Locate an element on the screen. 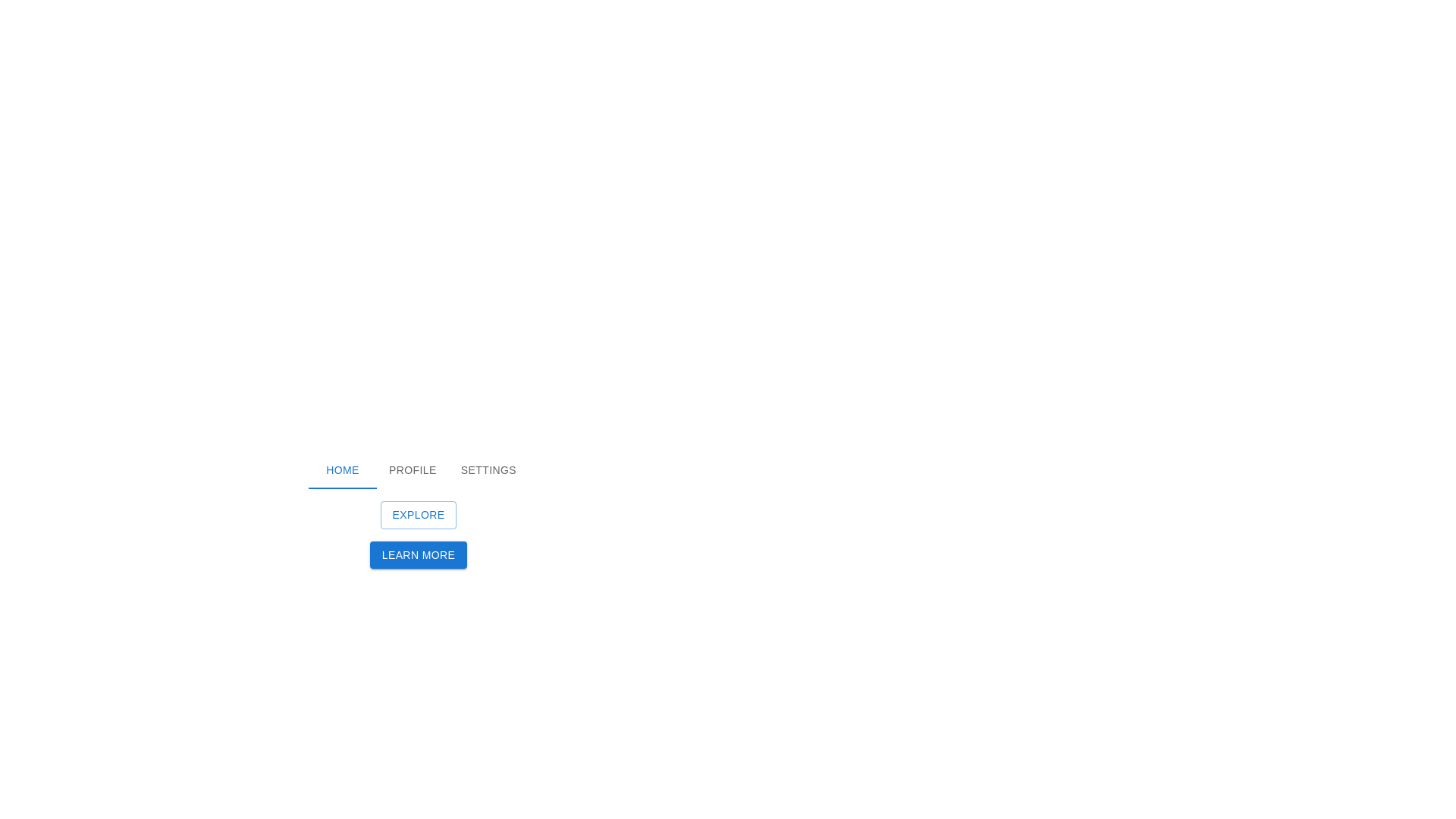 This screenshot has width=1456, height=819. the 'PROFILE' tab button, which is the second tab in the horizontal tab list is located at coordinates (413, 470).